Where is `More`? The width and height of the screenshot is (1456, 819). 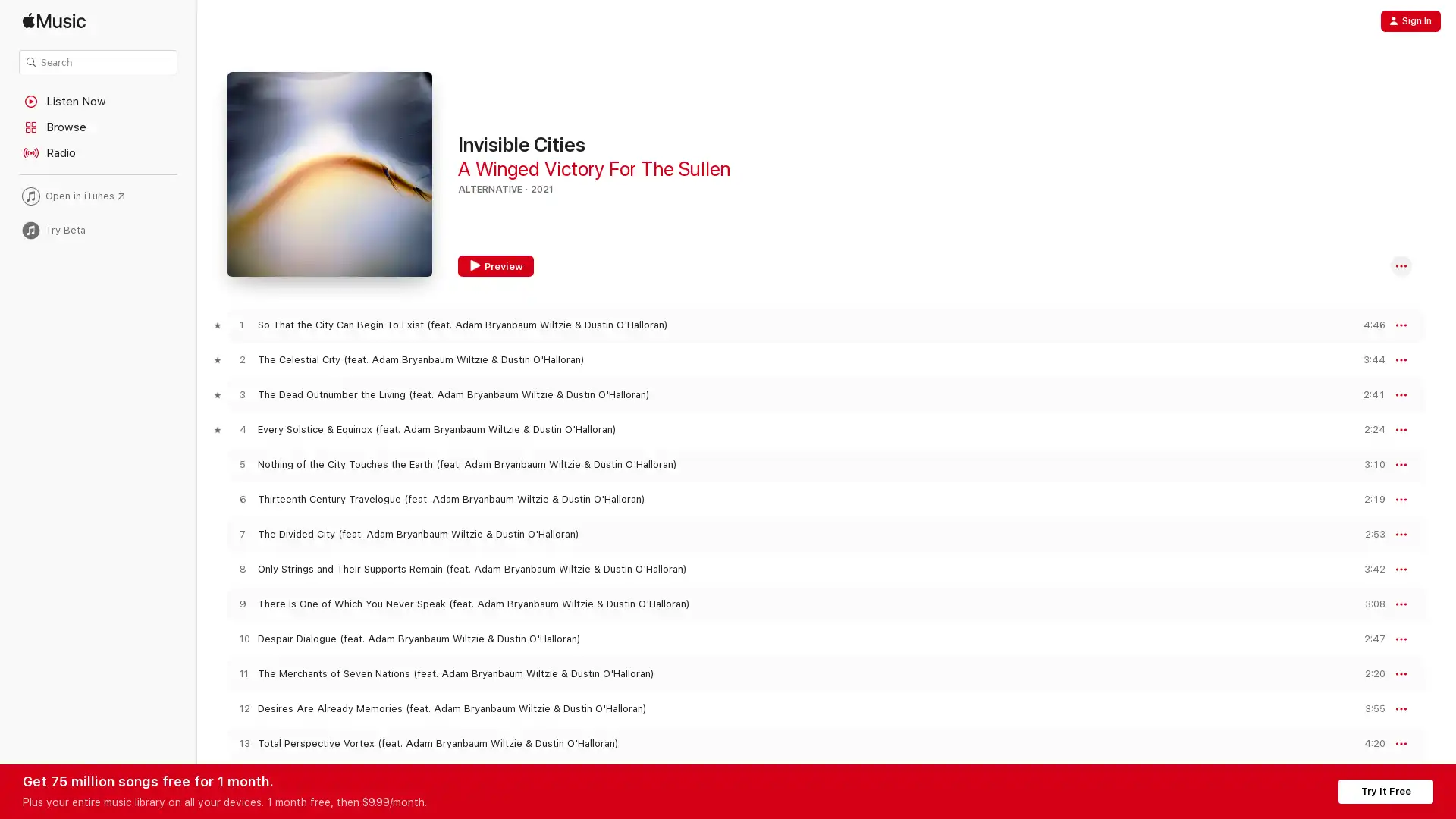
More is located at coordinates (1401, 604).